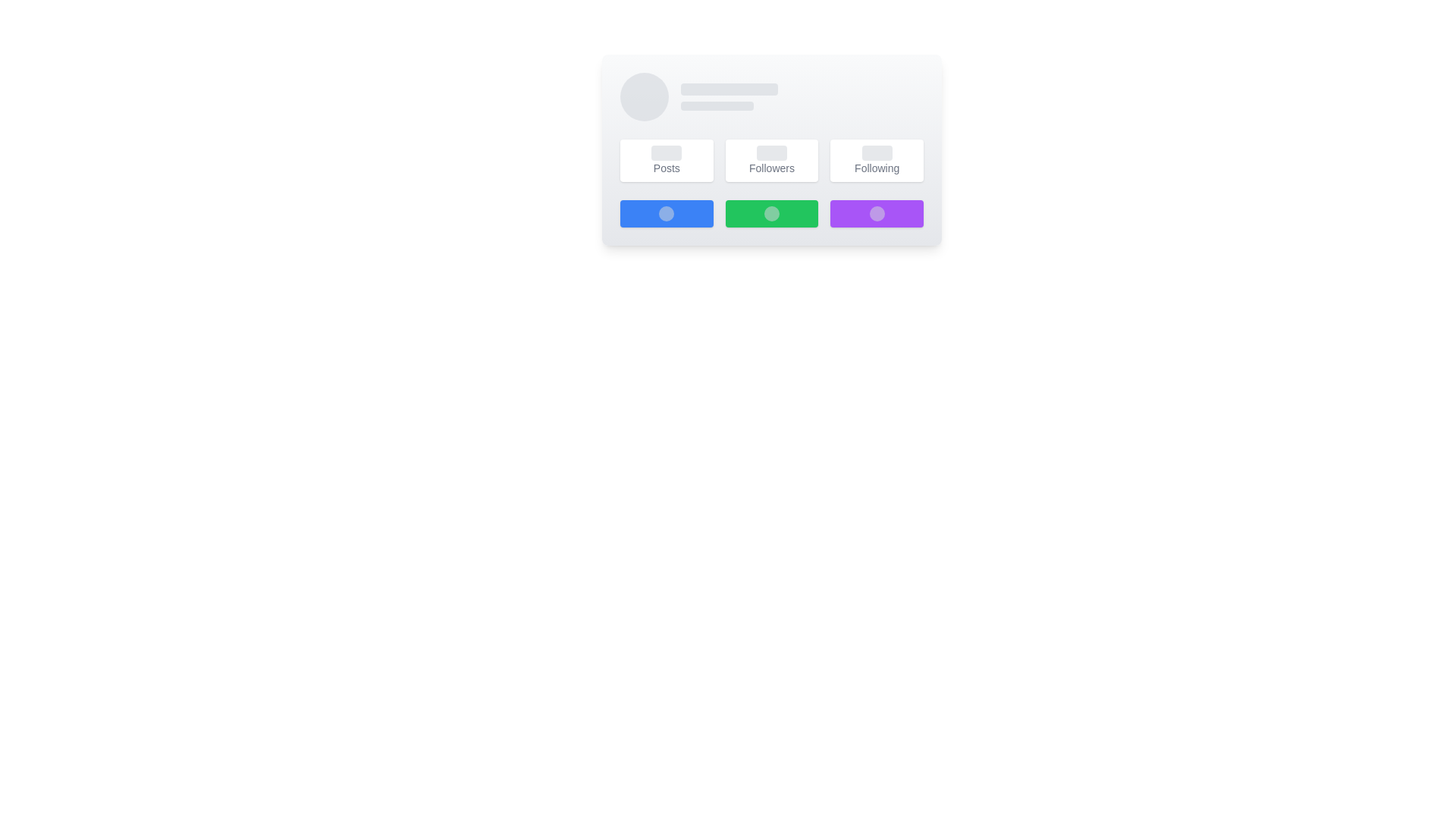 The image size is (1456, 819). What do you see at coordinates (667, 168) in the screenshot?
I see `the 'Posts' text label, which is styled in a small gray font and positioned centrally inside the first white card in the top row, below a placeholder rectangular shape` at bounding box center [667, 168].